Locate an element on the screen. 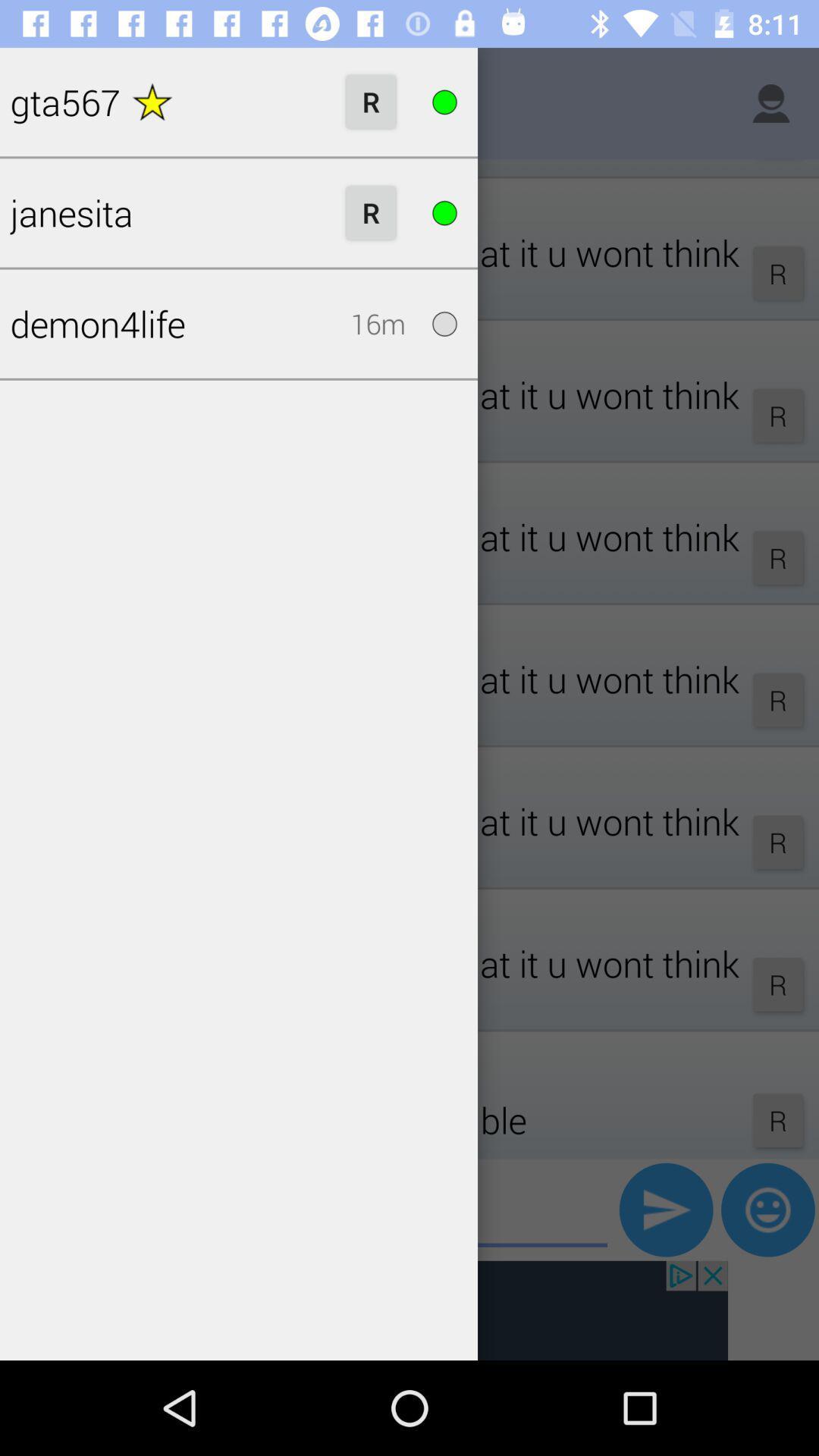 This screenshot has height=1456, width=819. the emoji icon is located at coordinates (767, 1209).